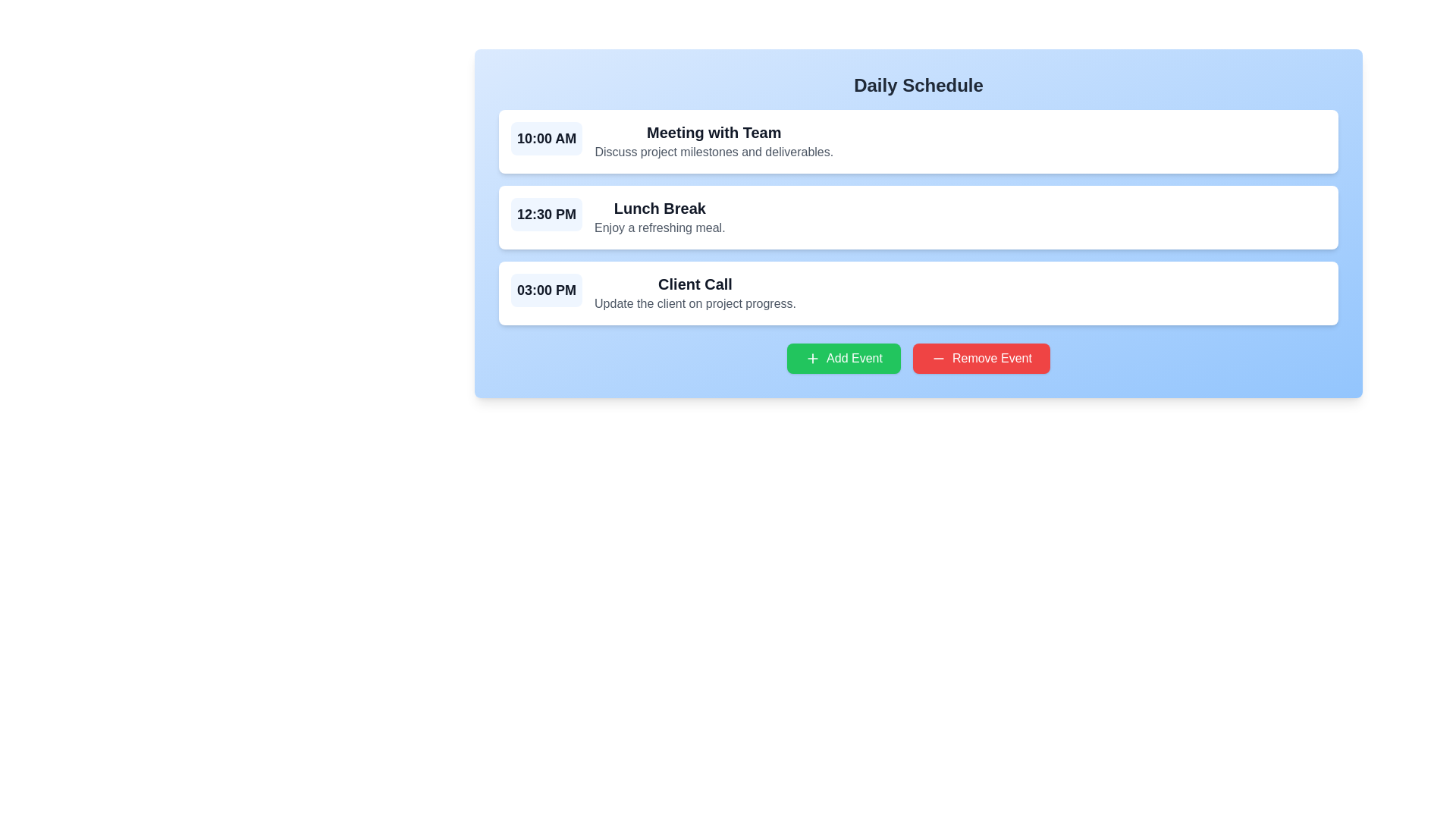 Image resolution: width=1456 pixels, height=819 pixels. What do you see at coordinates (812, 359) in the screenshot?
I see `the green circular button with a white plus sign` at bounding box center [812, 359].